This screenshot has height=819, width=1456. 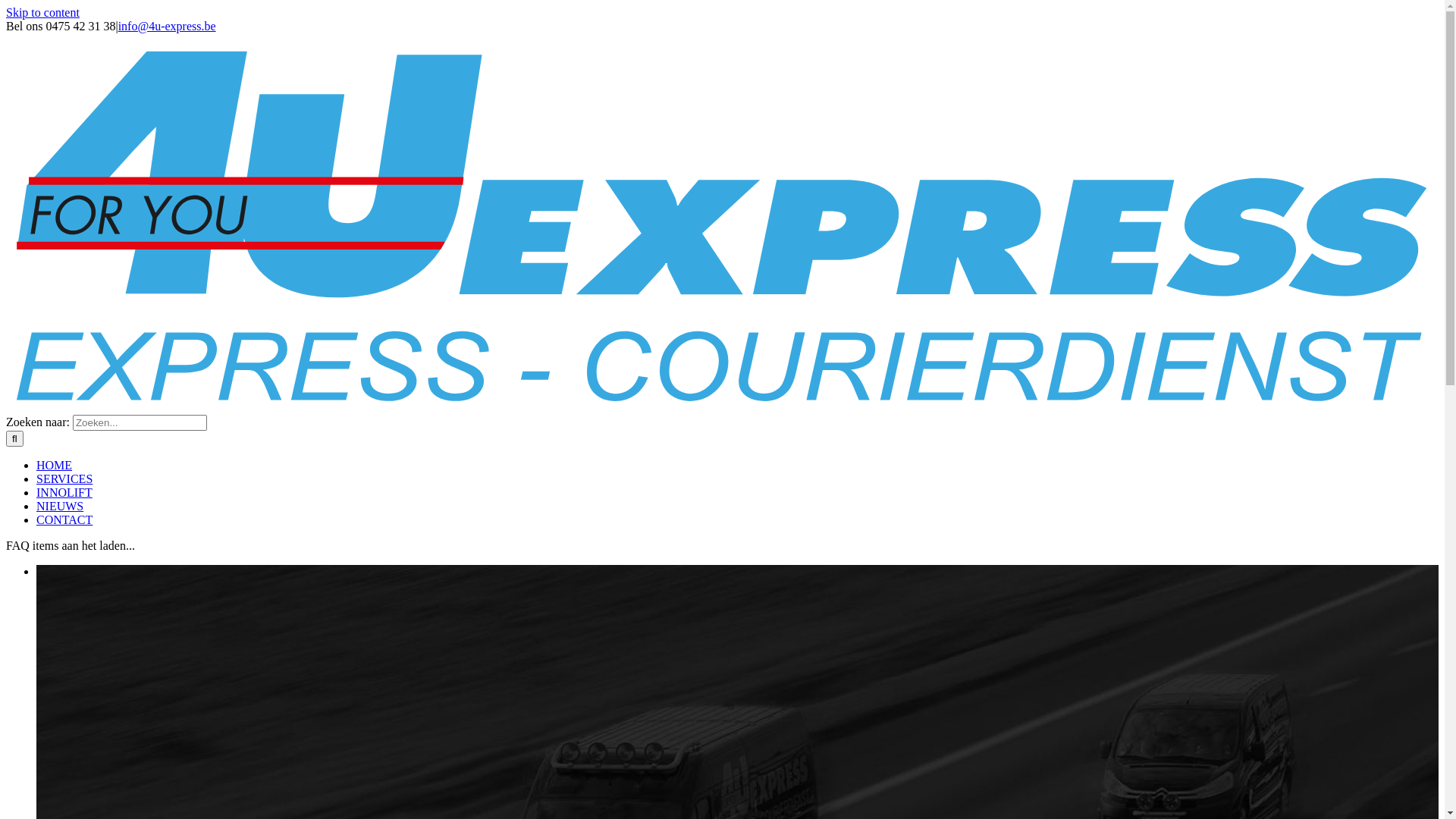 What do you see at coordinates (167, 26) in the screenshot?
I see `'info@4u-express.be'` at bounding box center [167, 26].